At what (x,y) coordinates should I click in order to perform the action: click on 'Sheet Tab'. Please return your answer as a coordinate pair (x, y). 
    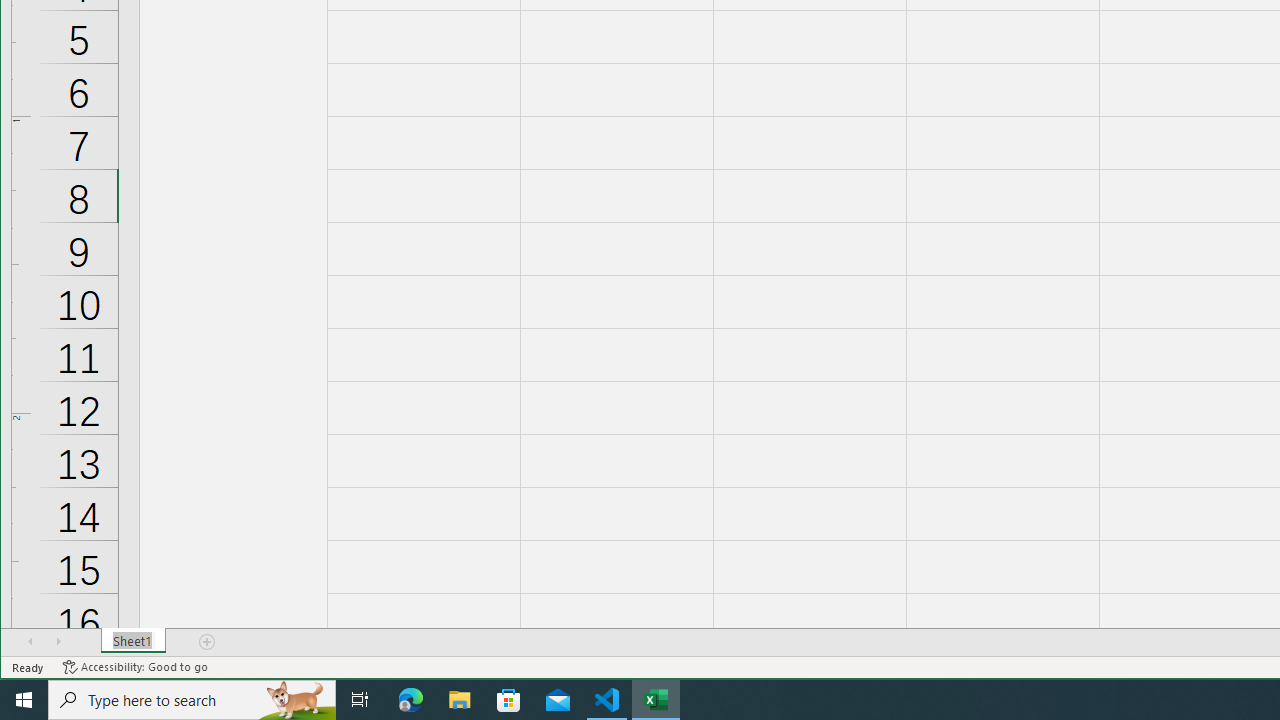
    Looking at the image, I should click on (132, 641).